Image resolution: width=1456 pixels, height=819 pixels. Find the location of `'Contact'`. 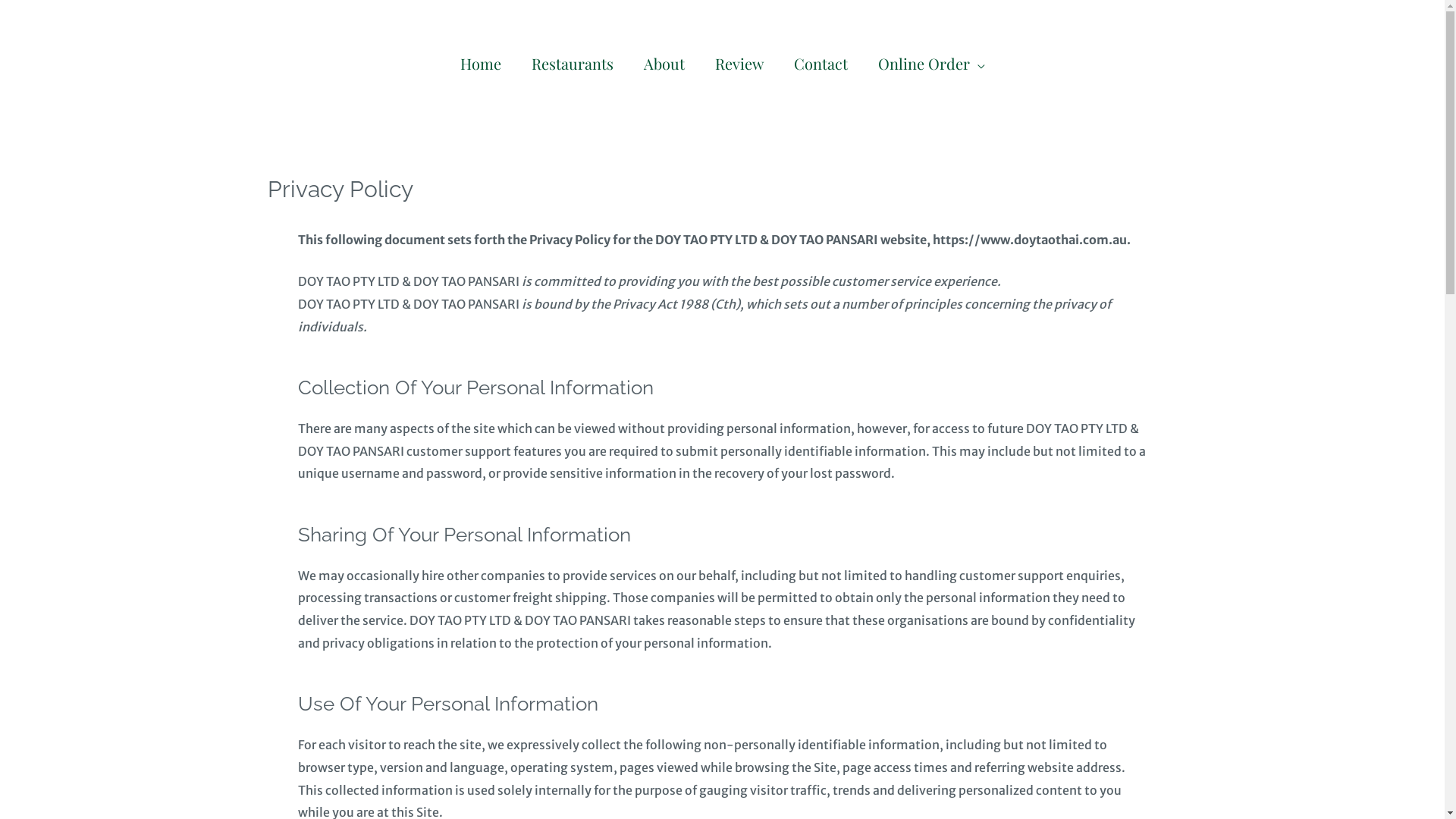

'Contact' is located at coordinates (819, 61).